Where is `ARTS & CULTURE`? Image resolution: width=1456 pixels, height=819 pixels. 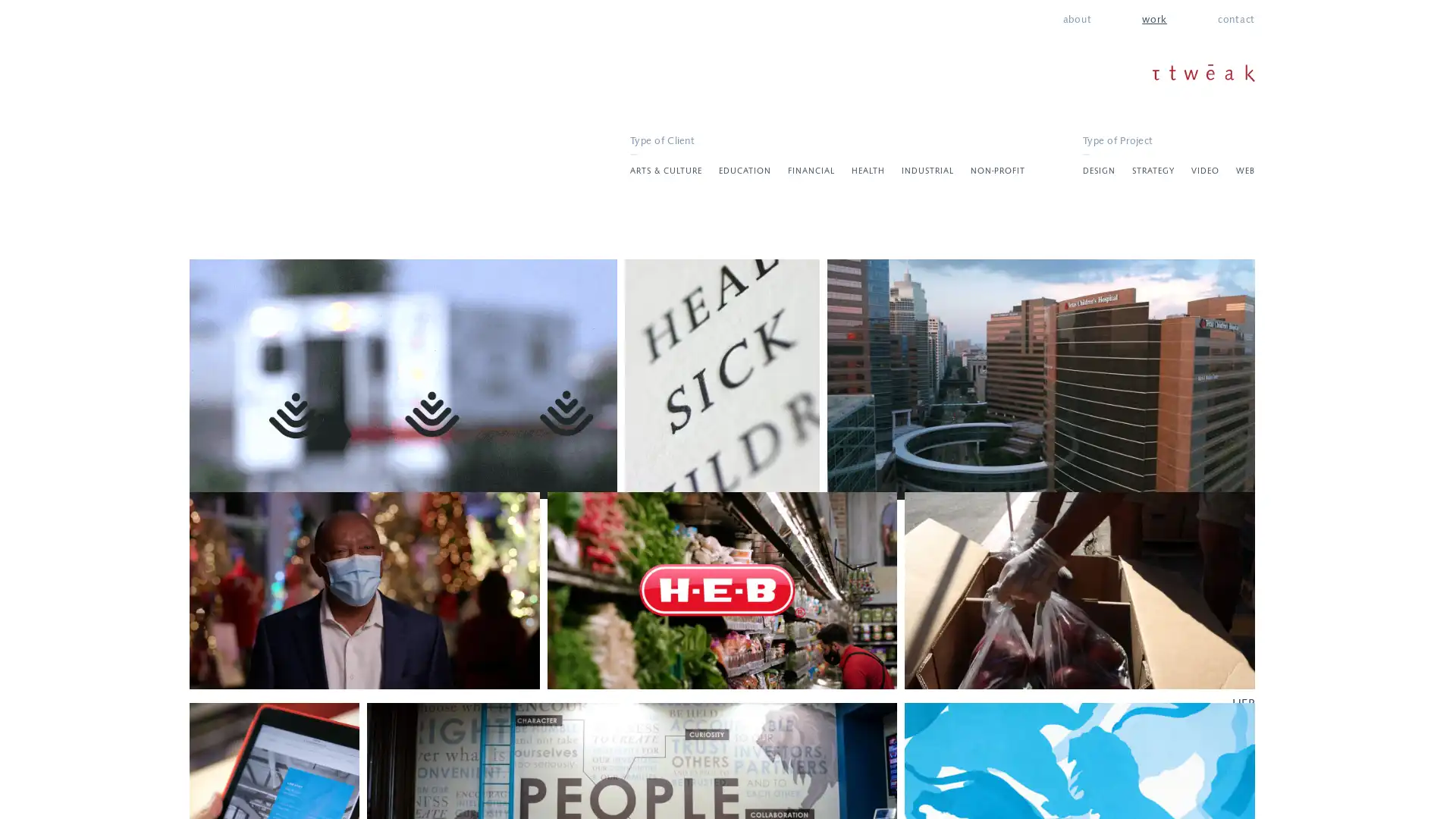 ARTS & CULTURE is located at coordinates (666, 171).